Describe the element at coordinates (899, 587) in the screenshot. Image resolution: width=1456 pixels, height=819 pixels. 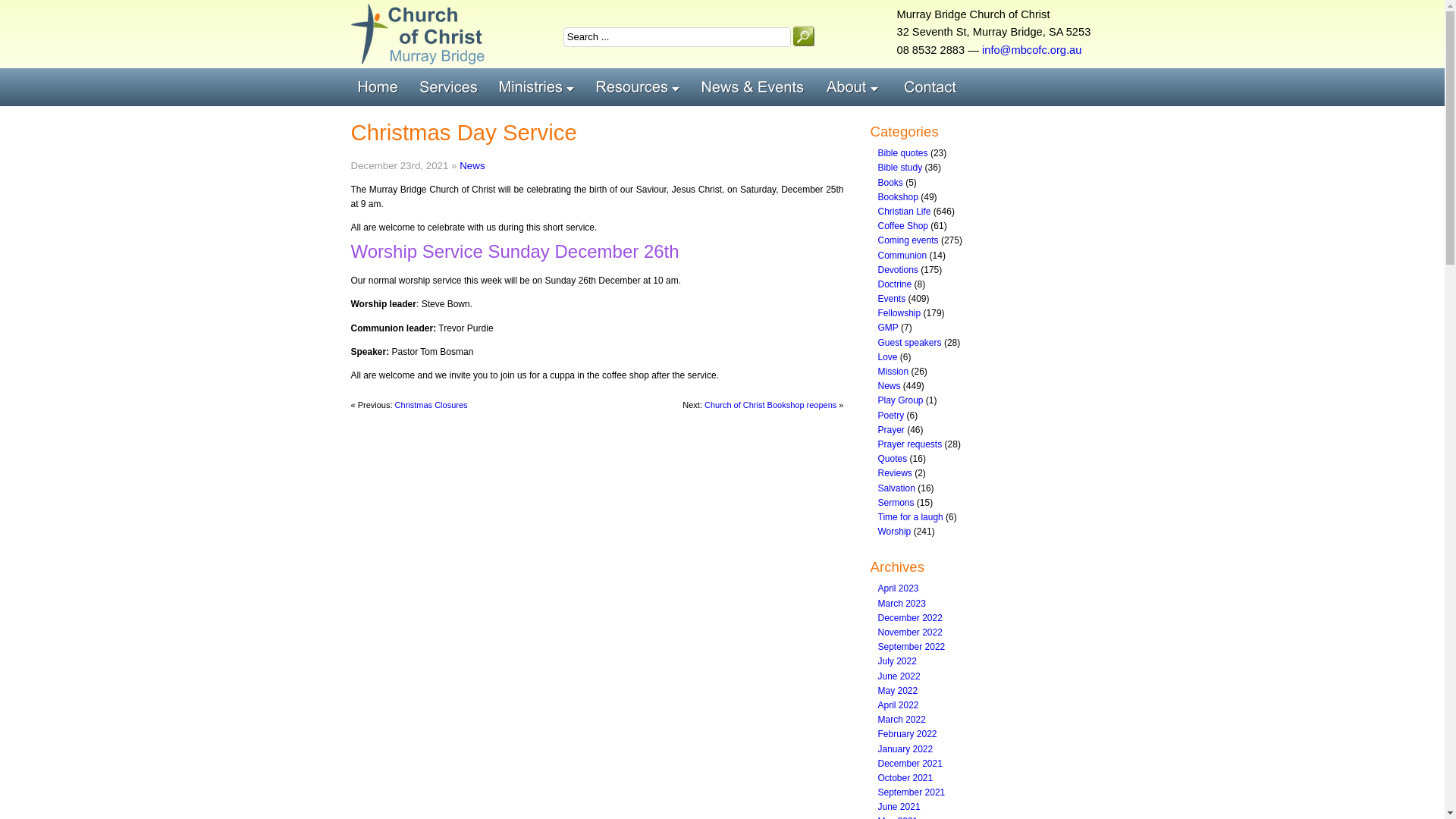
I see `'April 2023'` at that location.